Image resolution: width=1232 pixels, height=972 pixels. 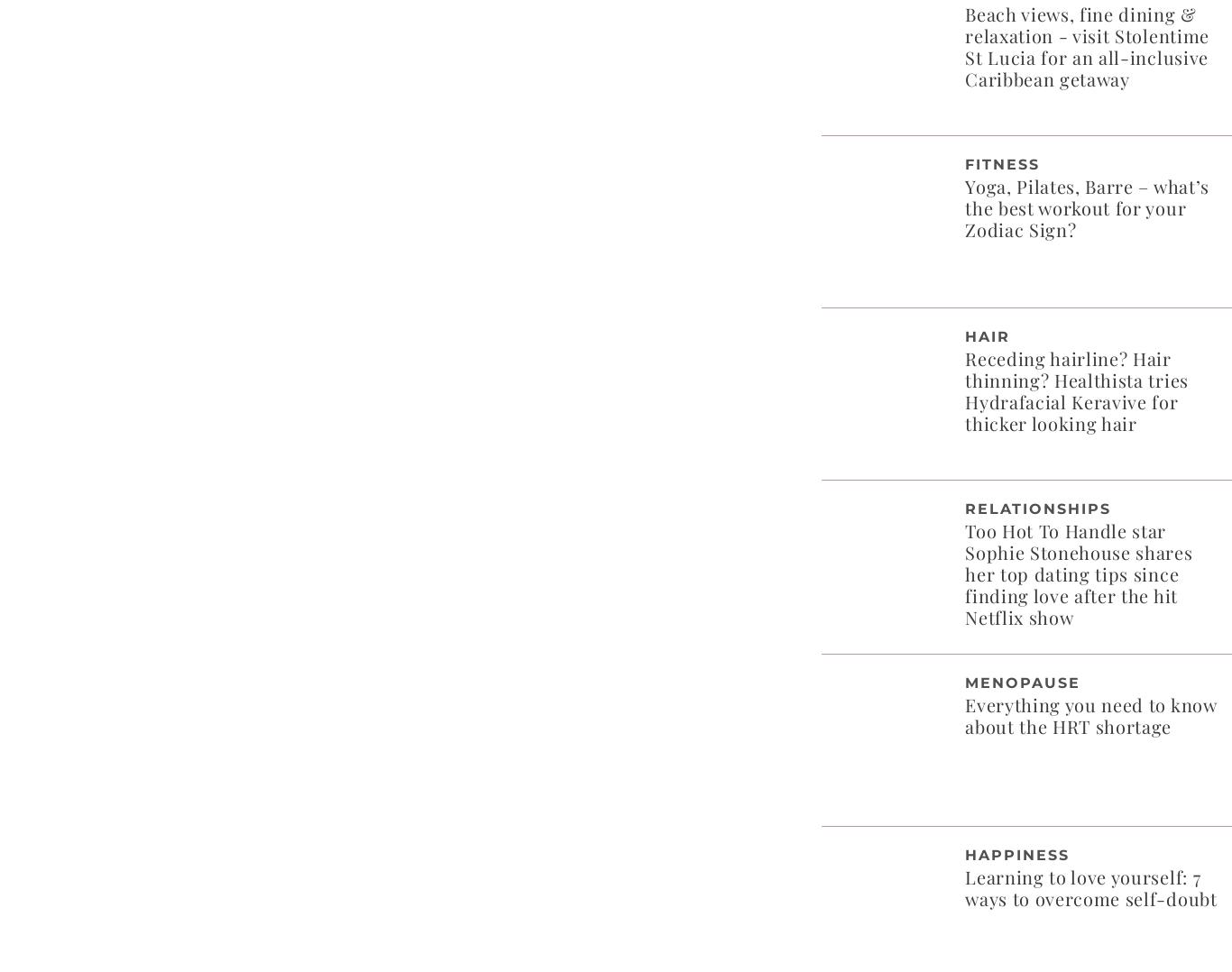 What do you see at coordinates (1078, 572) in the screenshot?
I see `'Too Hot To Handle star Sophie Stonehouse shares her top dating tips since finding love after the hit Netflix show'` at bounding box center [1078, 572].